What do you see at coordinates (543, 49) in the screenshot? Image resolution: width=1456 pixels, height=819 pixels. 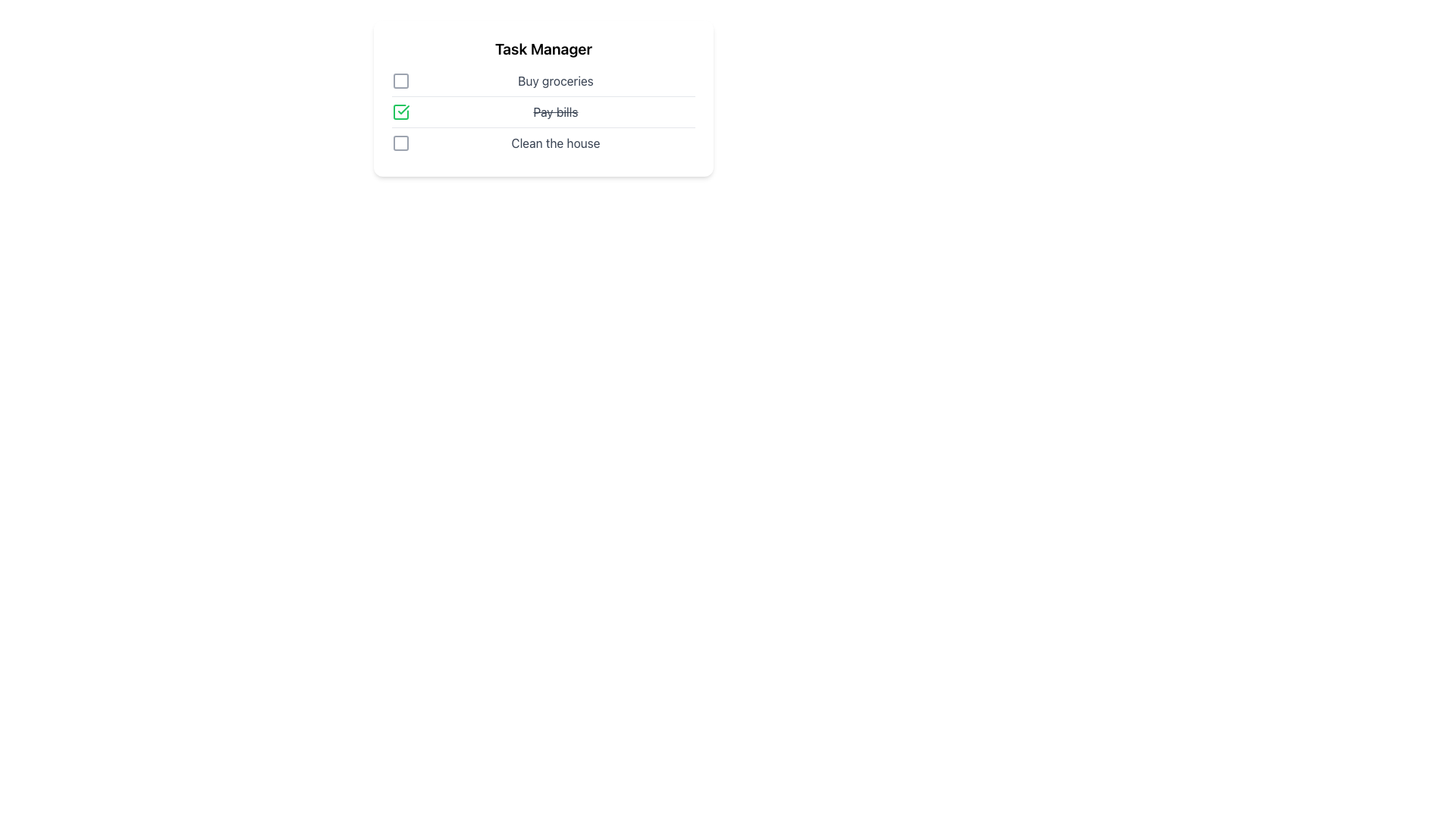 I see `the title Text Label located at the top of the card-like interface, which provides context for the tasks below` at bounding box center [543, 49].